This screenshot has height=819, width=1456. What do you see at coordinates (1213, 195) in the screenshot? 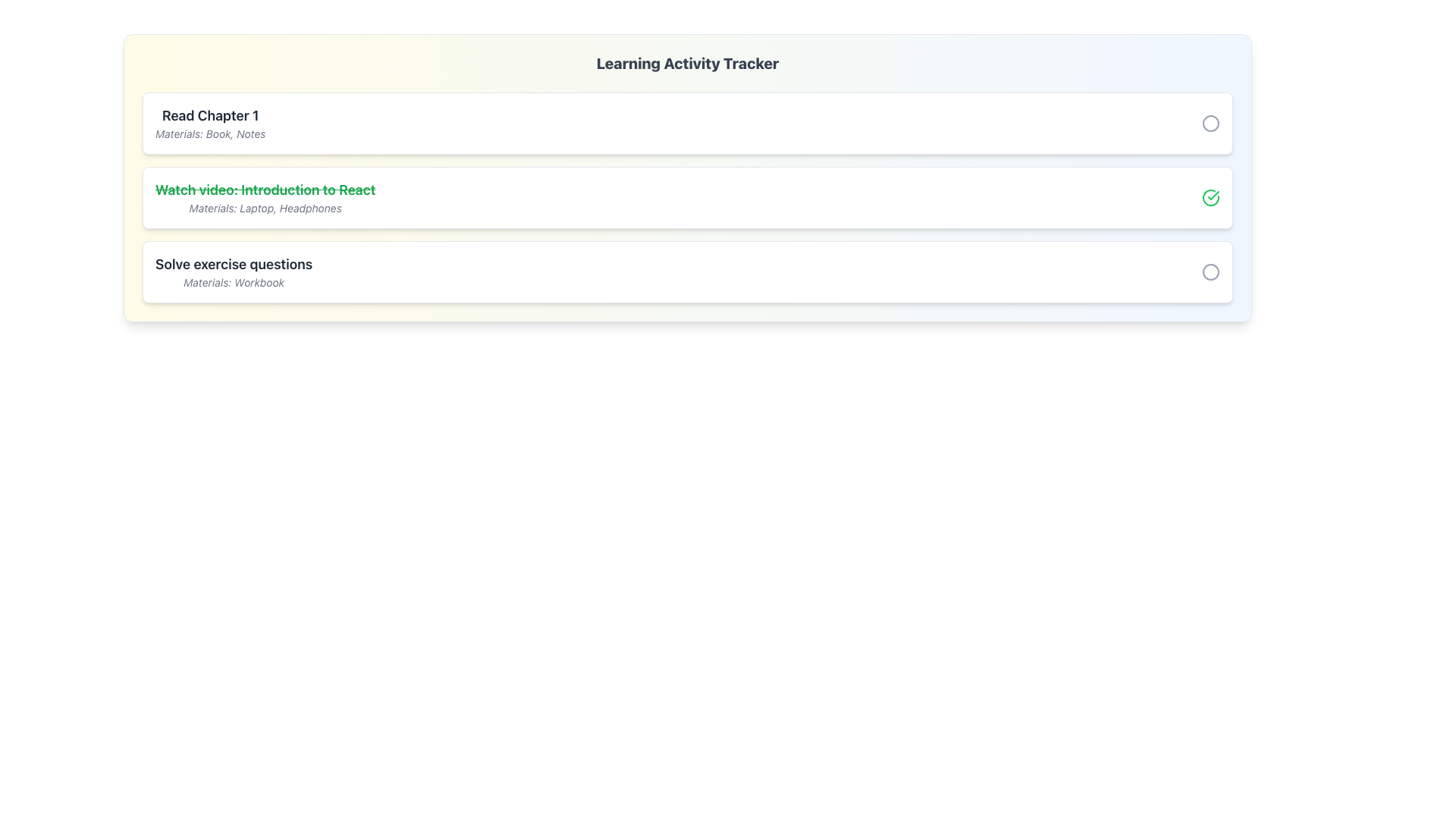
I see `the green tick icon indicating a completed or verified status, located at the right end of the second list item's row` at bounding box center [1213, 195].